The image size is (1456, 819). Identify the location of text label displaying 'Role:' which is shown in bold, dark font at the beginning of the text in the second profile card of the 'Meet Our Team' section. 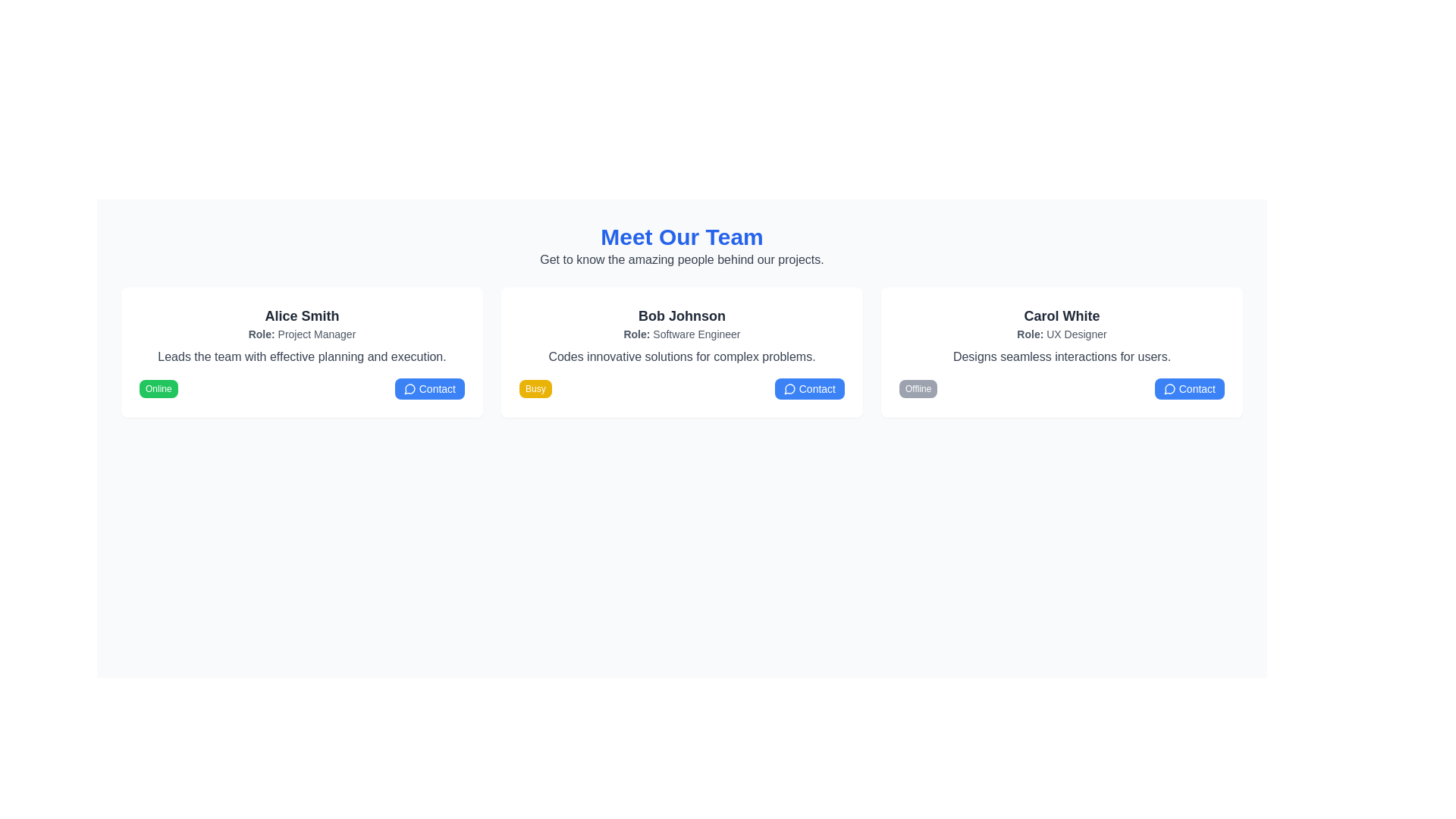
(637, 333).